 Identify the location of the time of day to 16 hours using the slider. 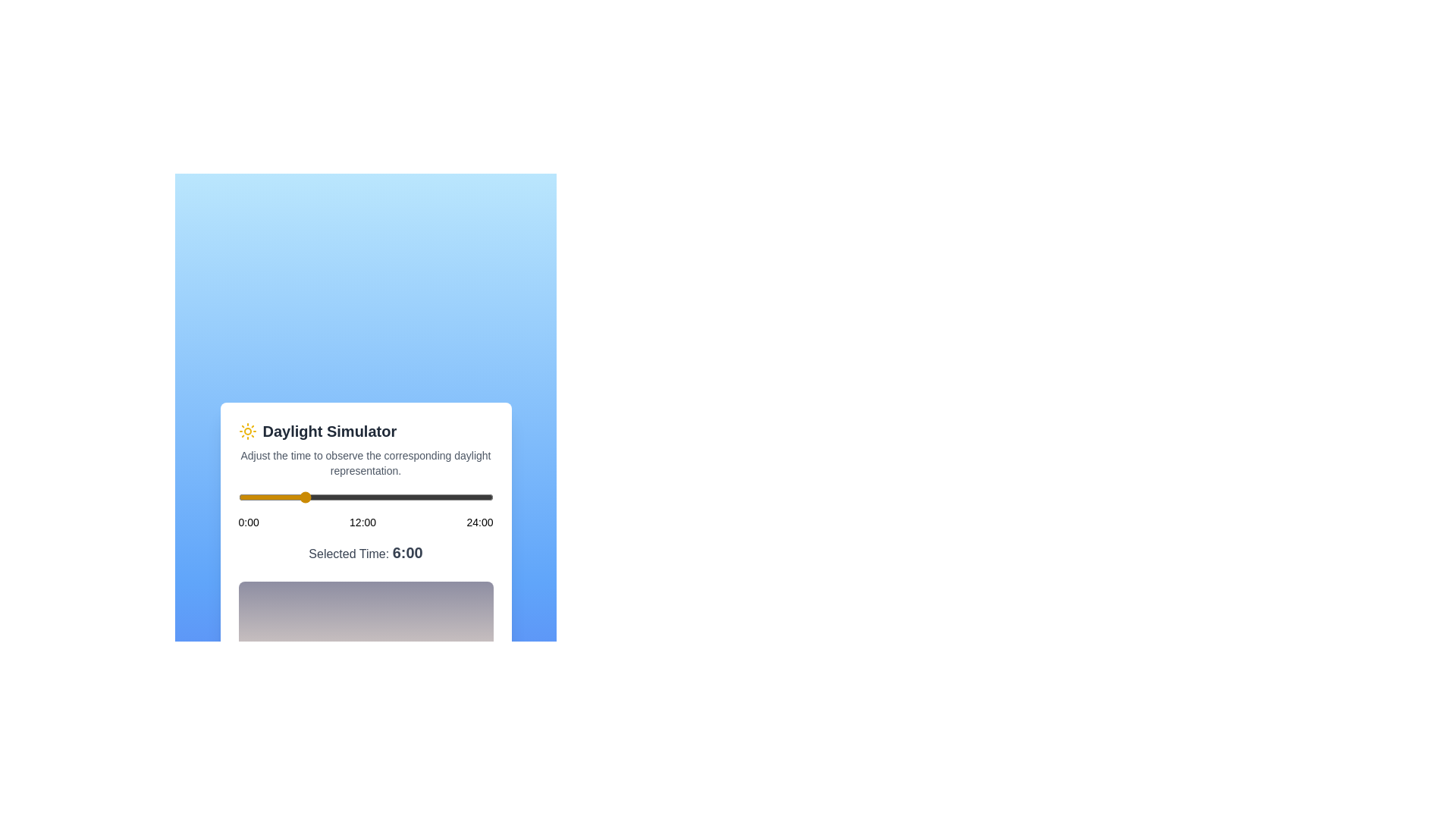
(408, 497).